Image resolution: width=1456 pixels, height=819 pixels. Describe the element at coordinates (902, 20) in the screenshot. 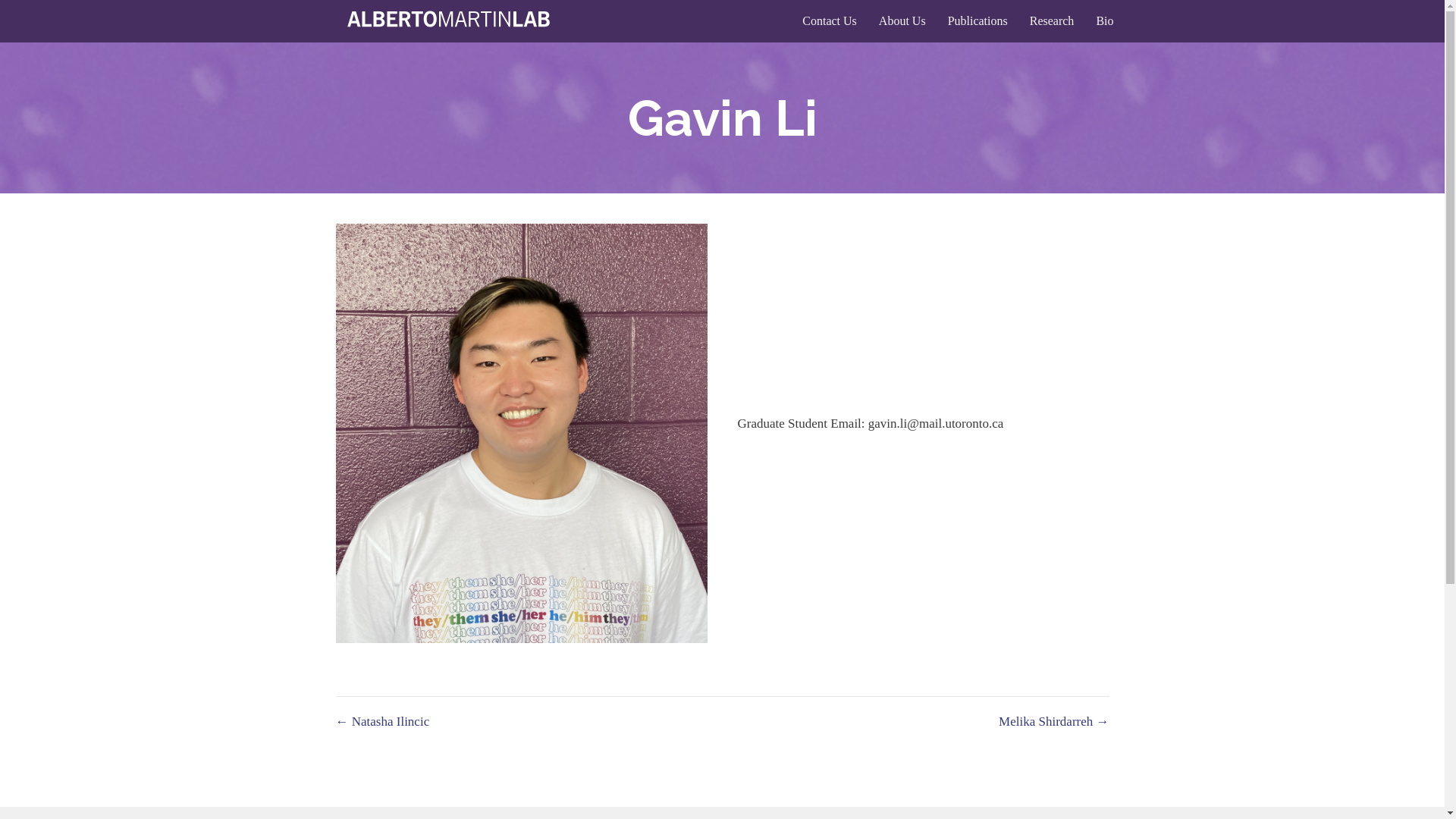

I see `'About Us'` at that location.